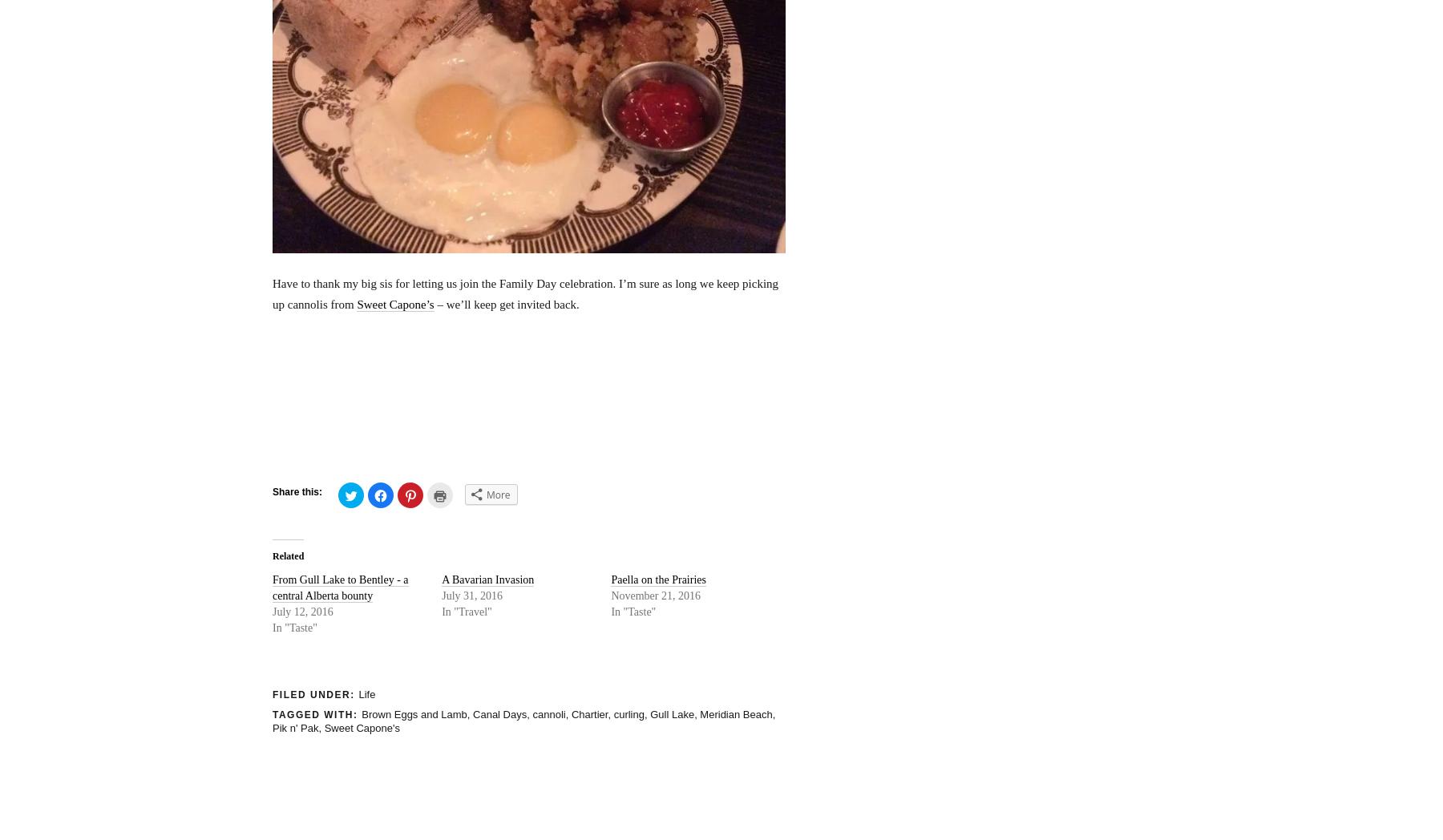 The width and height of the screenshot is (1443, 840). I want to click on 'cannoli', so click(548, 713).